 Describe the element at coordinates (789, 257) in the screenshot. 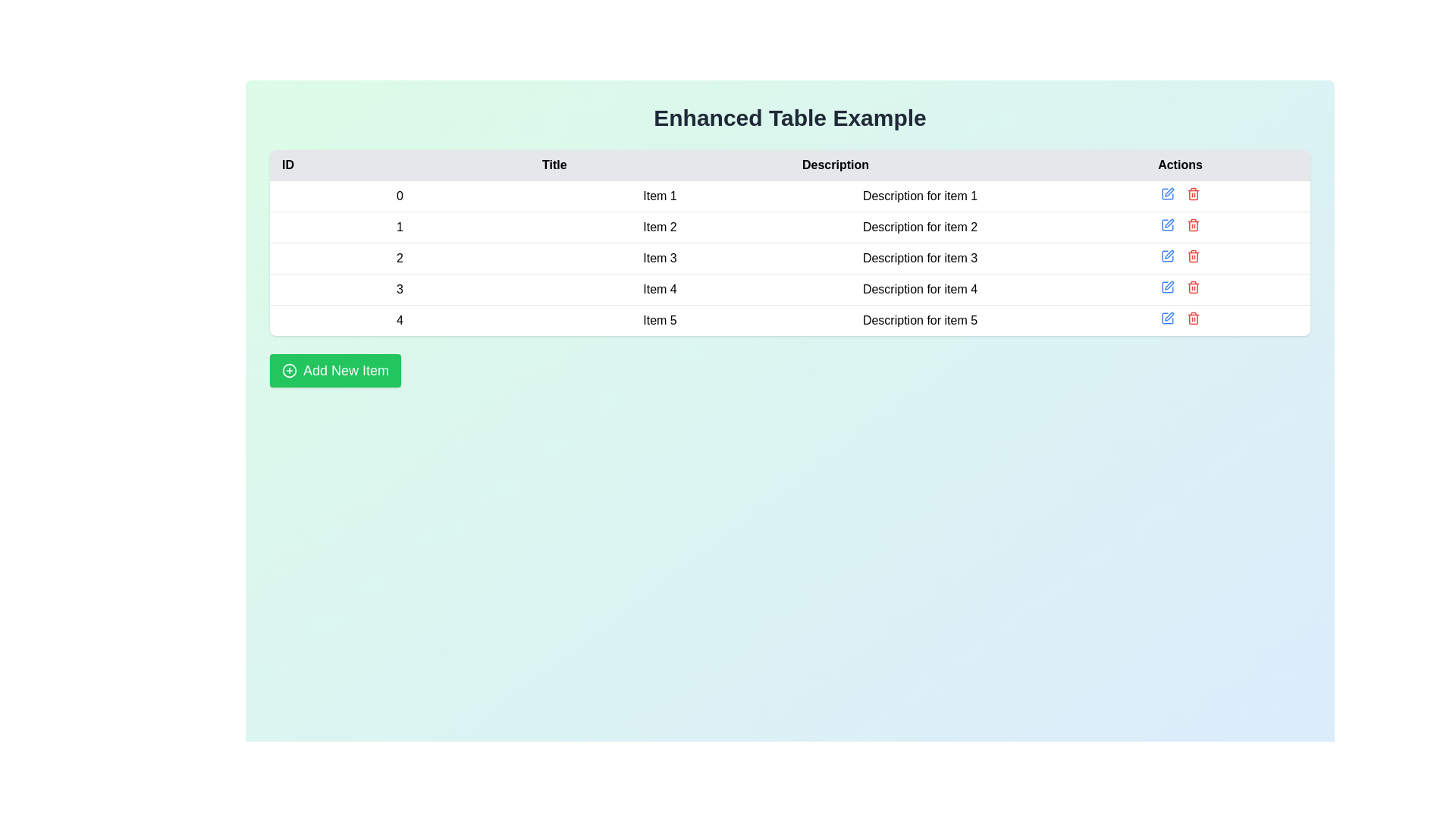

I see `the third row in the table which represents 'Item 3'` at that location.